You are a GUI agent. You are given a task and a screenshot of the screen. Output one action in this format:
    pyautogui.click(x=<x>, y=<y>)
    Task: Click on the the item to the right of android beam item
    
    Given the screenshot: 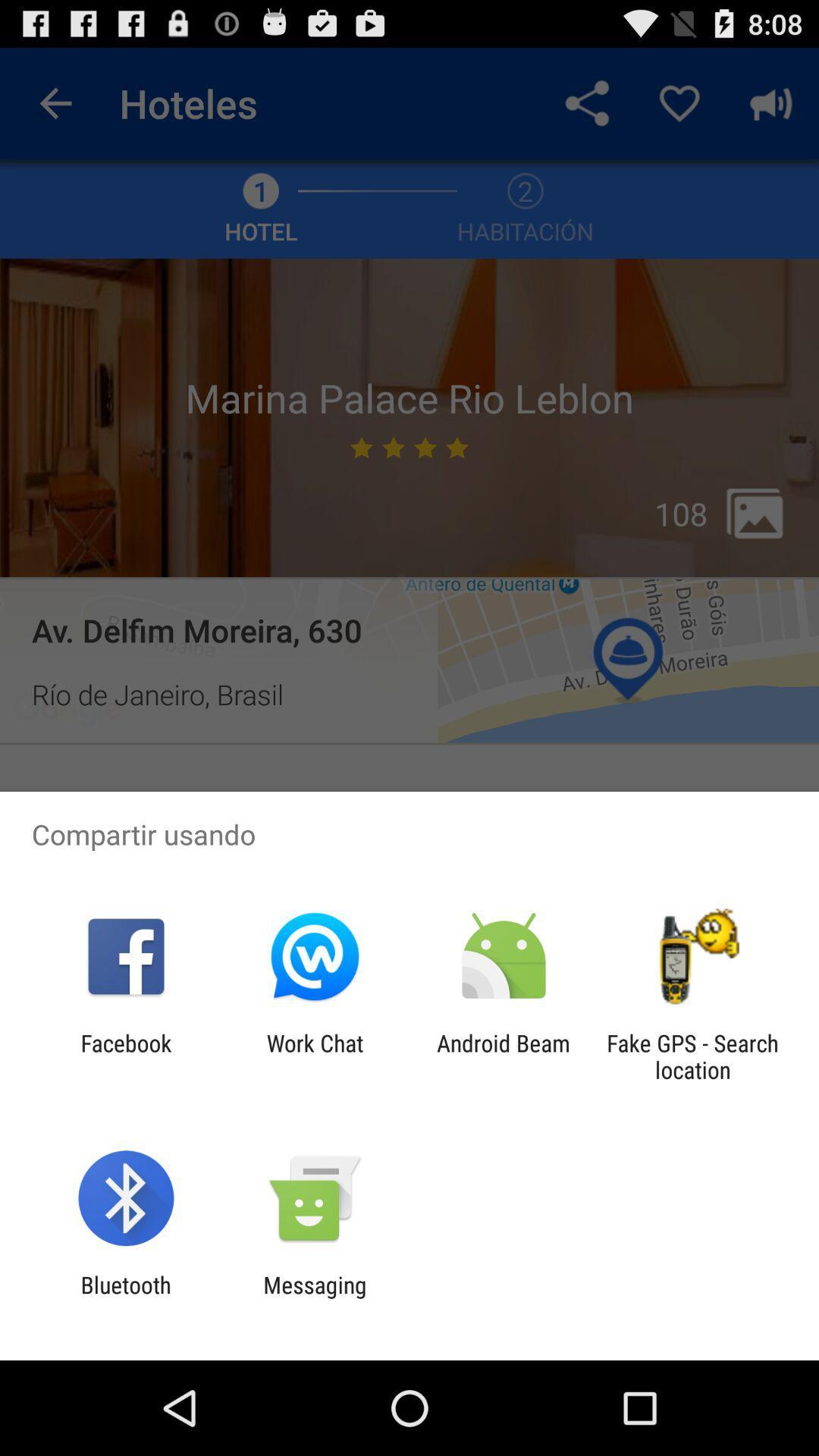 What is the action you would take?
    pyautogui.click(x=692, y=1056)
    